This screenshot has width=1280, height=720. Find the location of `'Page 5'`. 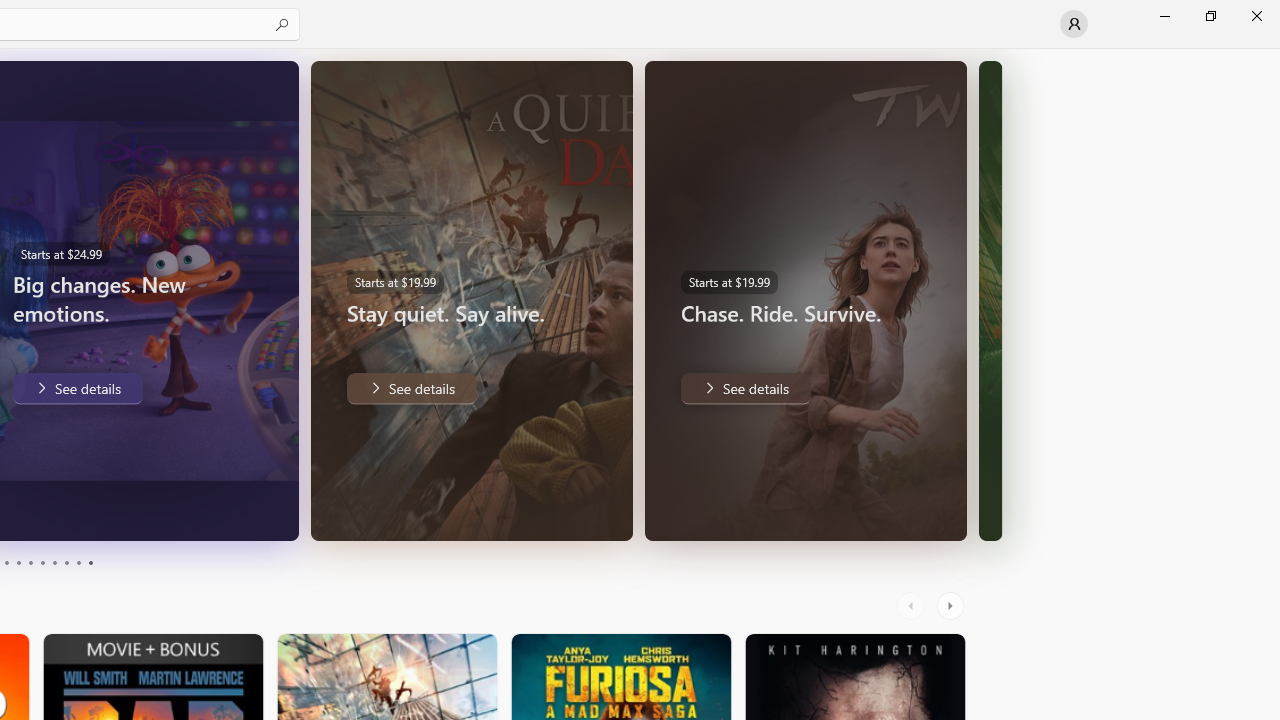

'Page 5' is located at coordinates (30, 563).